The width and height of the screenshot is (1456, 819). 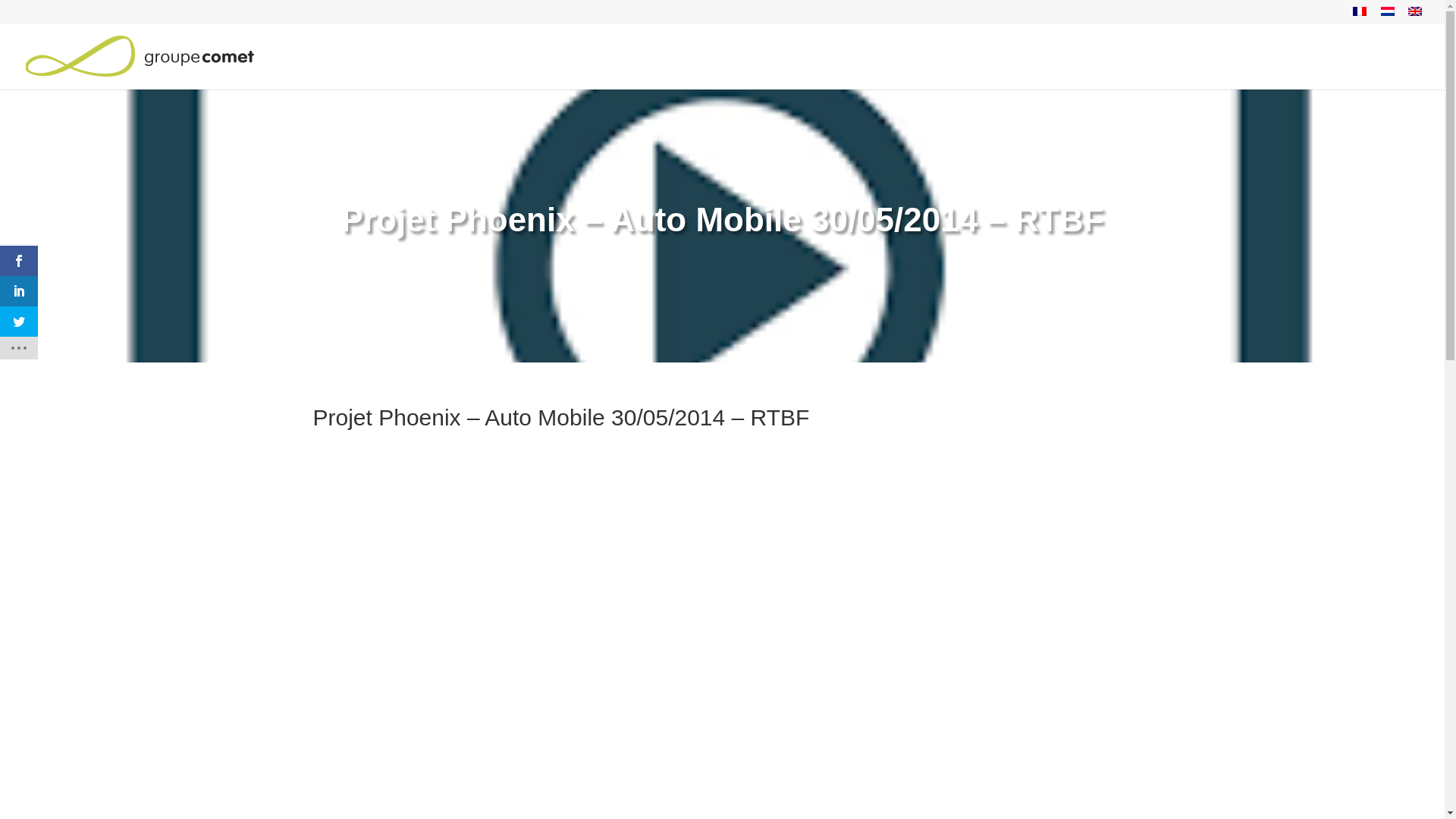 I want to click on 'English', so click(x=1414, y=11).